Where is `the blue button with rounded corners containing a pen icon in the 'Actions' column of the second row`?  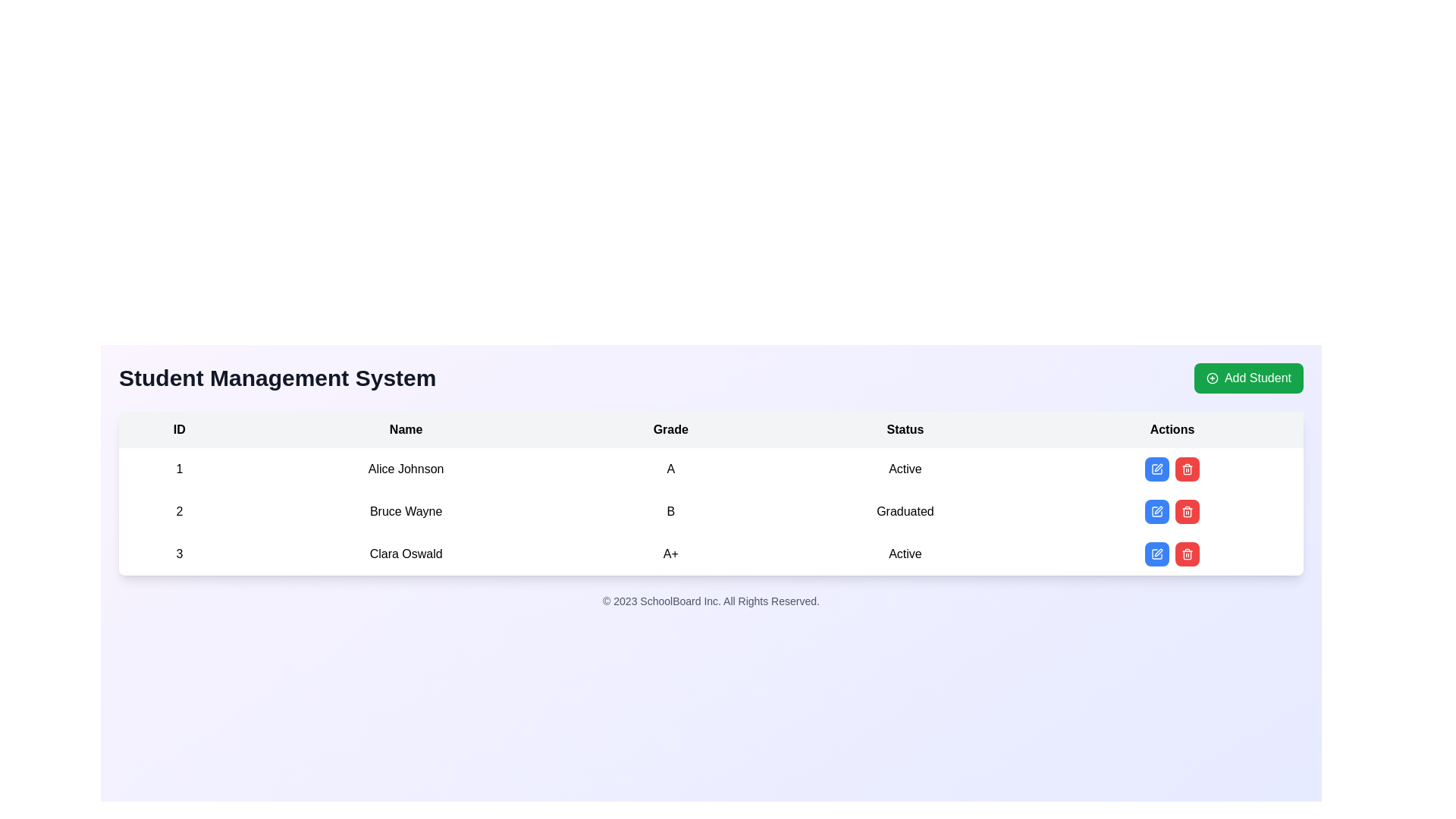 the blue button with rounded corners containing a pen icon in the 'Actions' column of the second row is located at coordinates (1156, 512).